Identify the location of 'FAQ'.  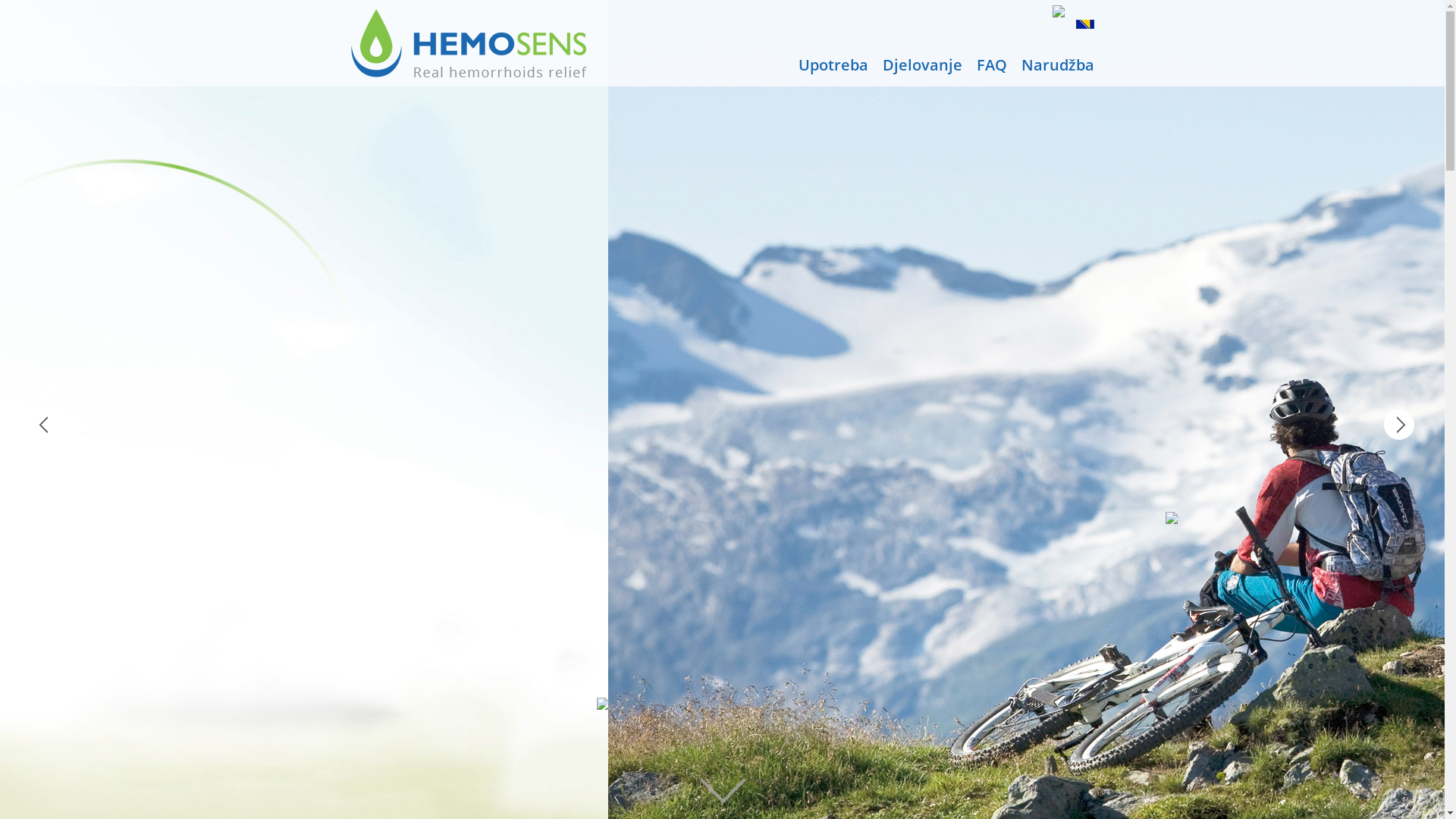
(991, 64).